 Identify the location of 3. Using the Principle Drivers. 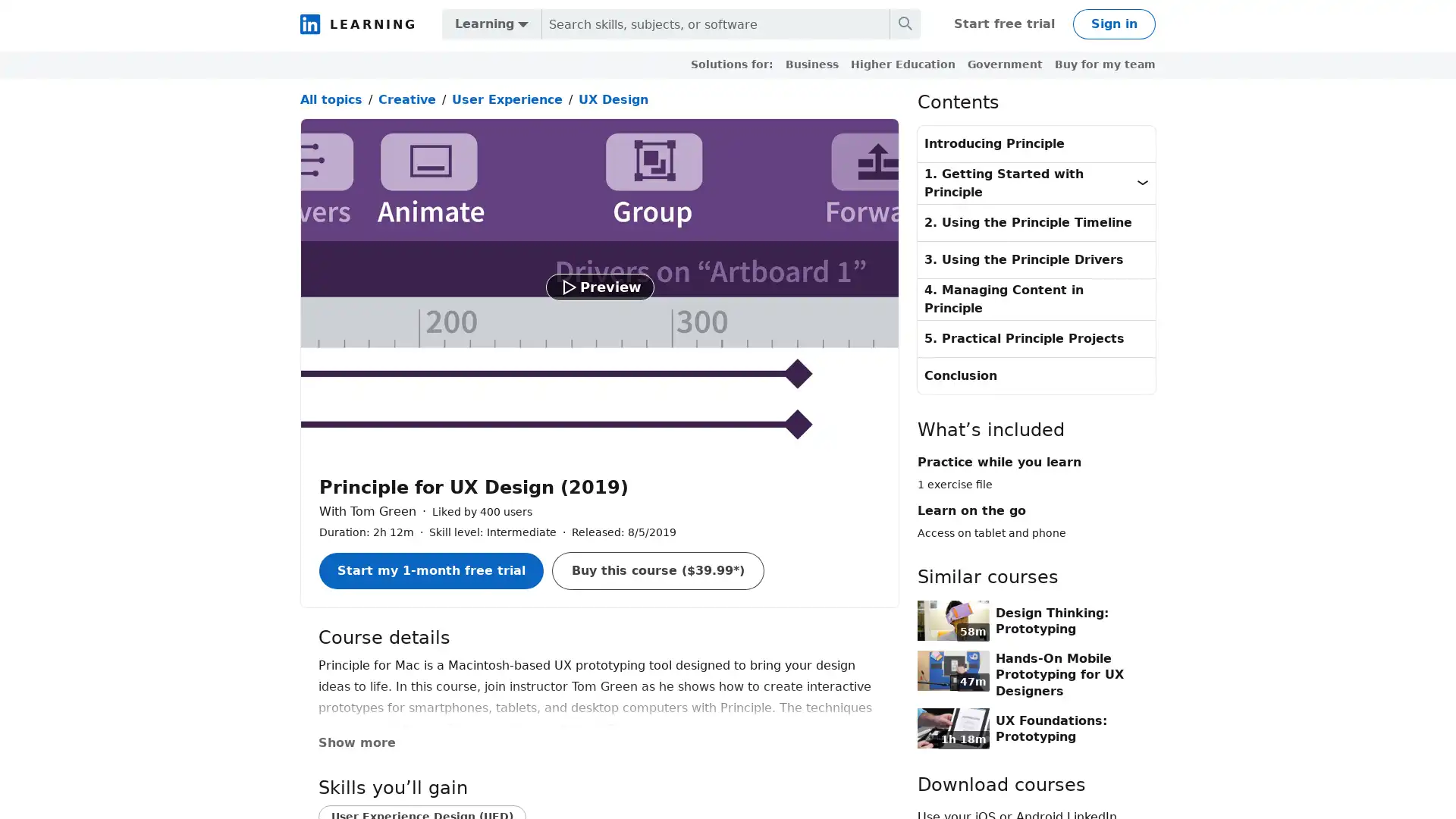
(1036, 259).